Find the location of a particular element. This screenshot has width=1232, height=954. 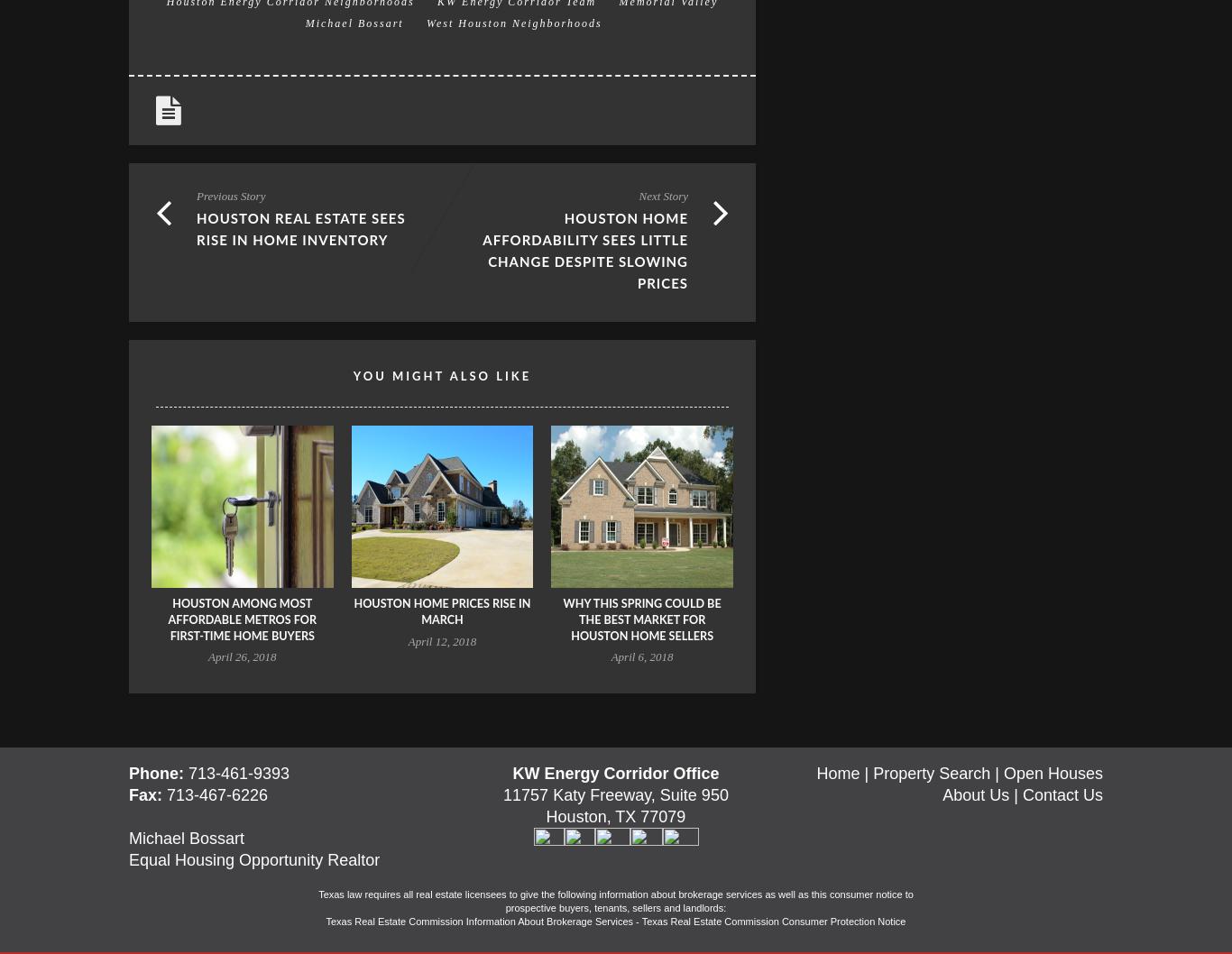

'Houston, TX 77079' is located at coordinates (614, 816).